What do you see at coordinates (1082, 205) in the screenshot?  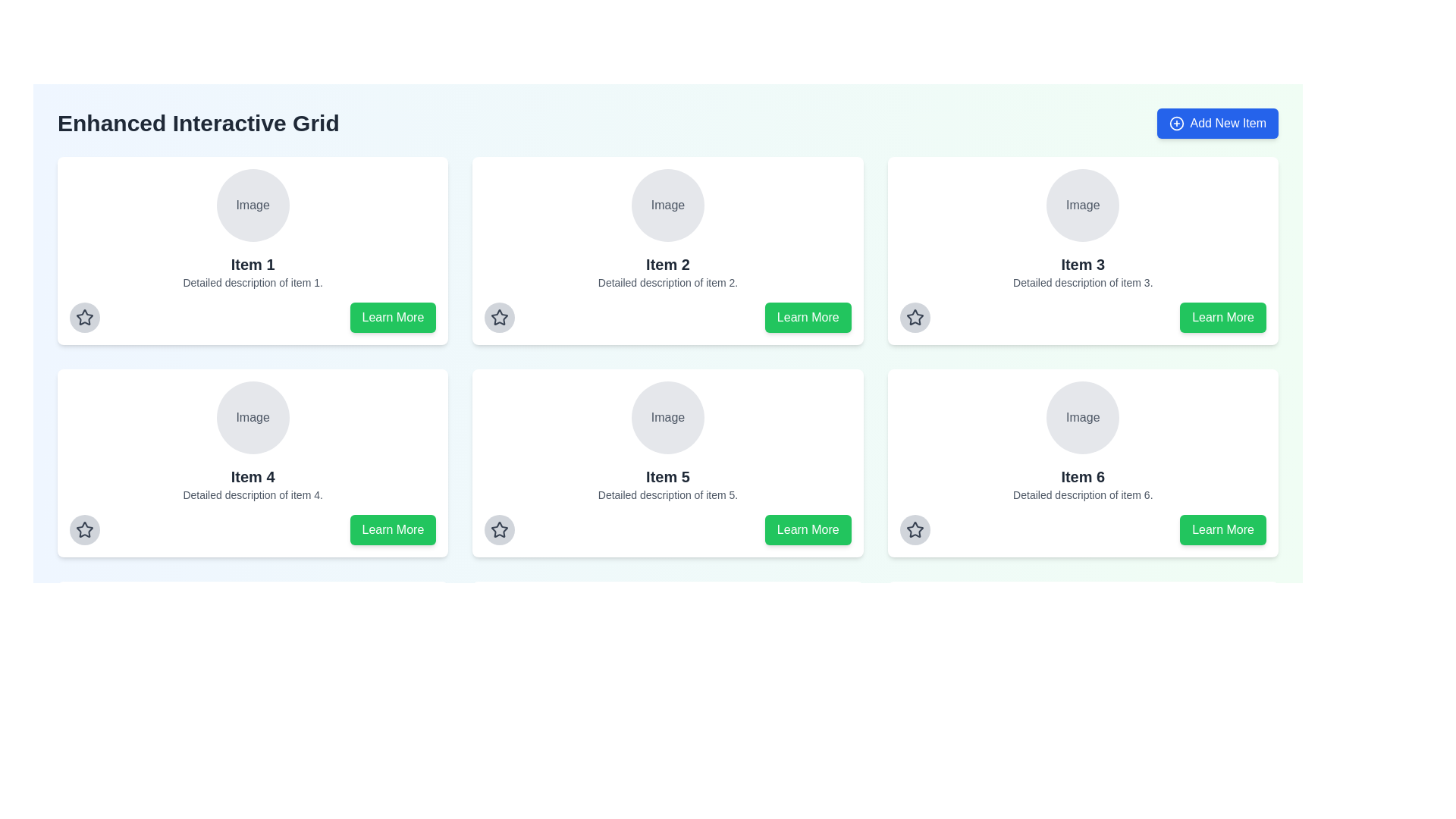 I see `the text label indicating the area for the image display inside the third card of the 'Enhanced Interactive Grid' section, which is centered within a circular gray background at the top of 'Item 3'` at bounding box center [1082, 205].